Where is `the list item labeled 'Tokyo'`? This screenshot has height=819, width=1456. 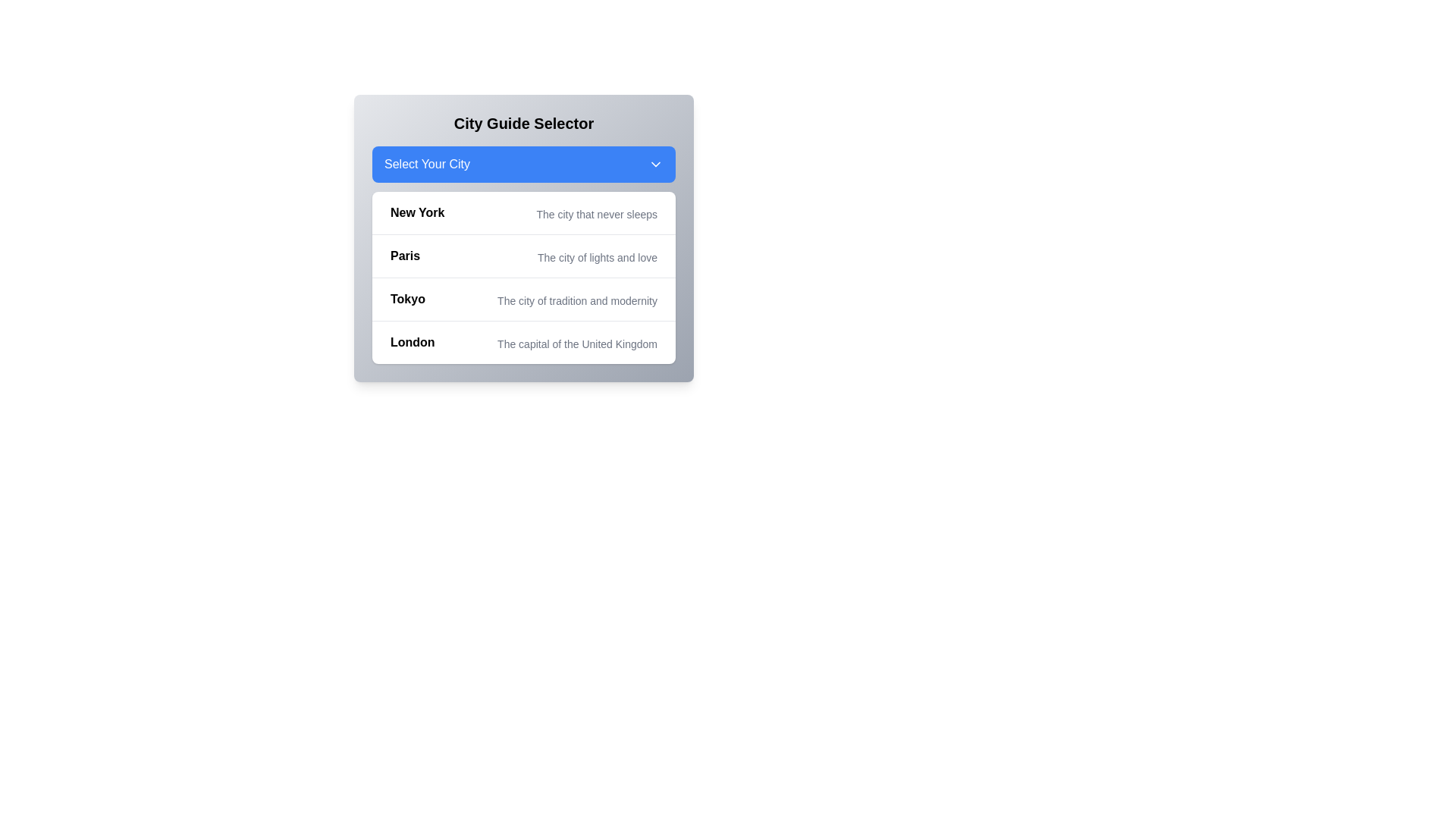
the list item labeled 'Tokyo' is located at coordinates (524, 298).